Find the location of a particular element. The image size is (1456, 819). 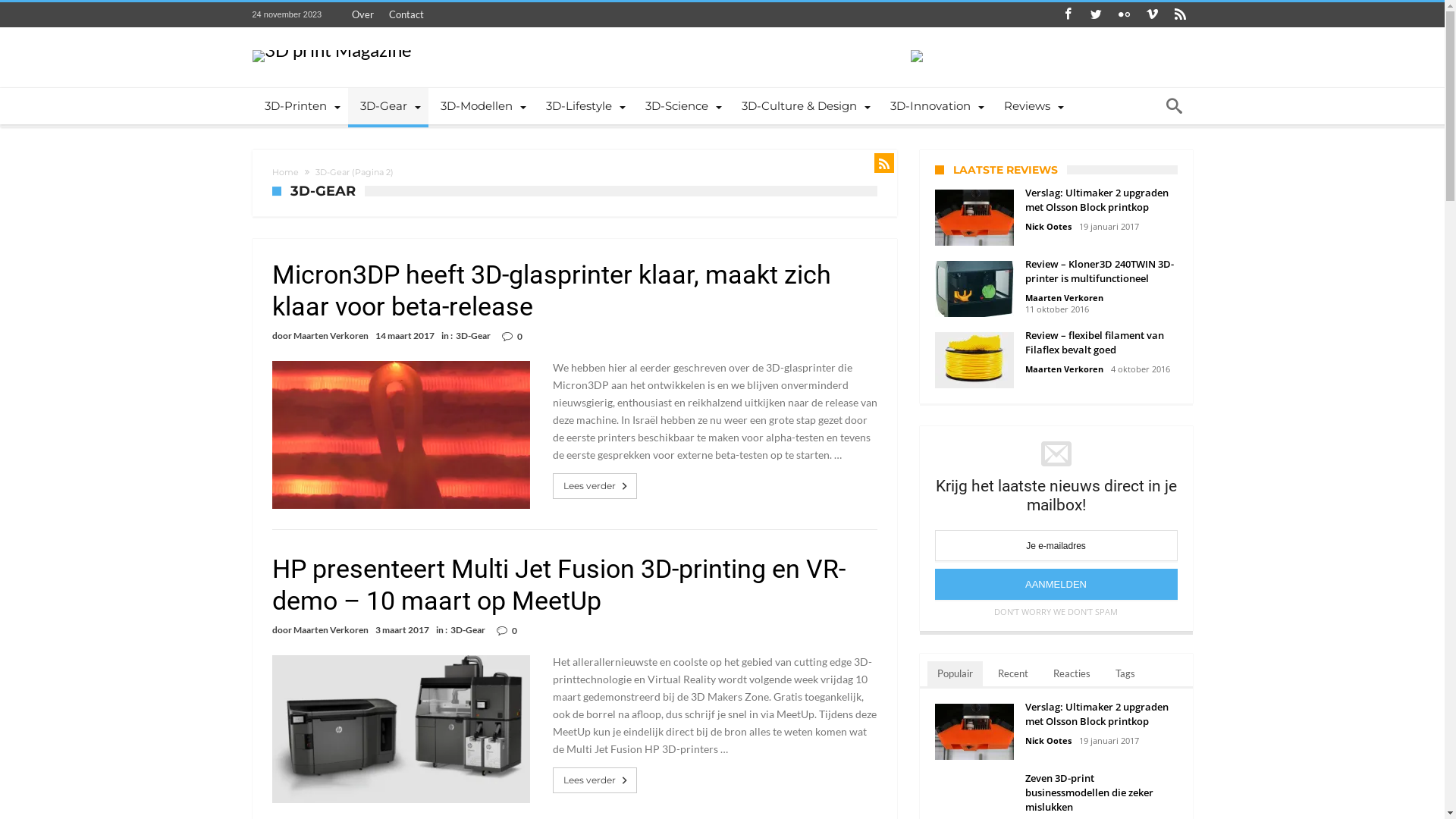

'Nick Ootes' is located at coordinates (1025, 226).